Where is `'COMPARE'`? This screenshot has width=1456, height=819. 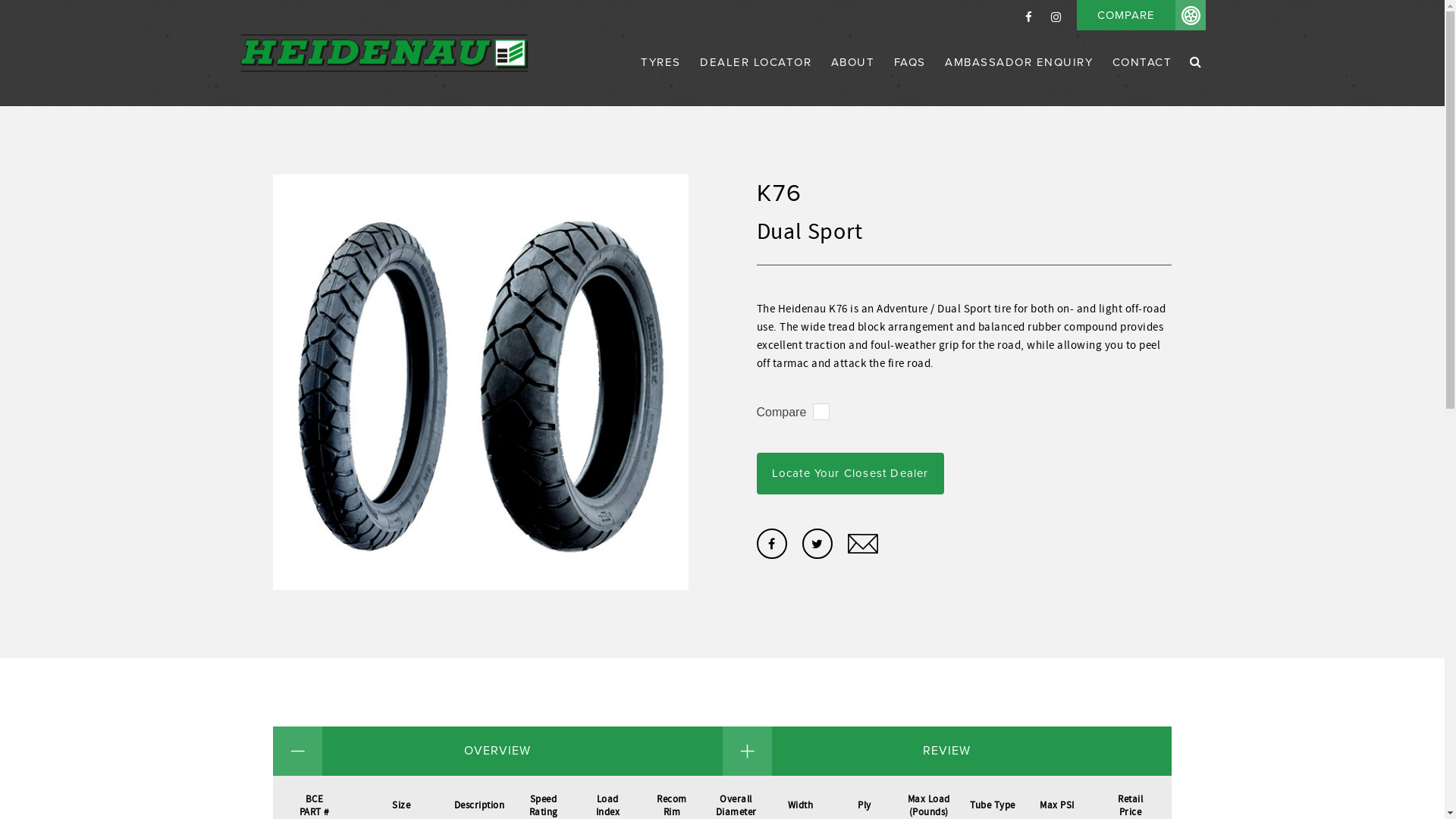
'COMPARE' is located at coordinates (1076, 14).